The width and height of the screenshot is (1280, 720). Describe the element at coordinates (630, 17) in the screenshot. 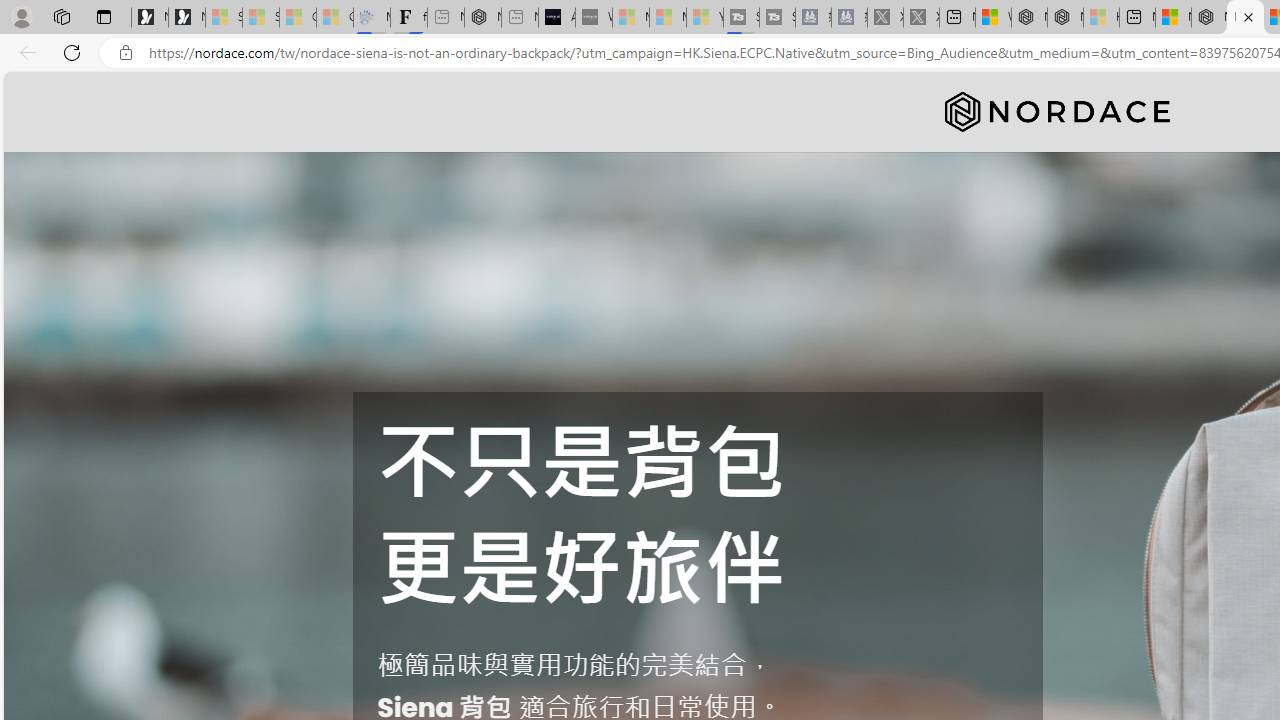

I see `'Microsoft Start Sports - Sleeping'` at that location.